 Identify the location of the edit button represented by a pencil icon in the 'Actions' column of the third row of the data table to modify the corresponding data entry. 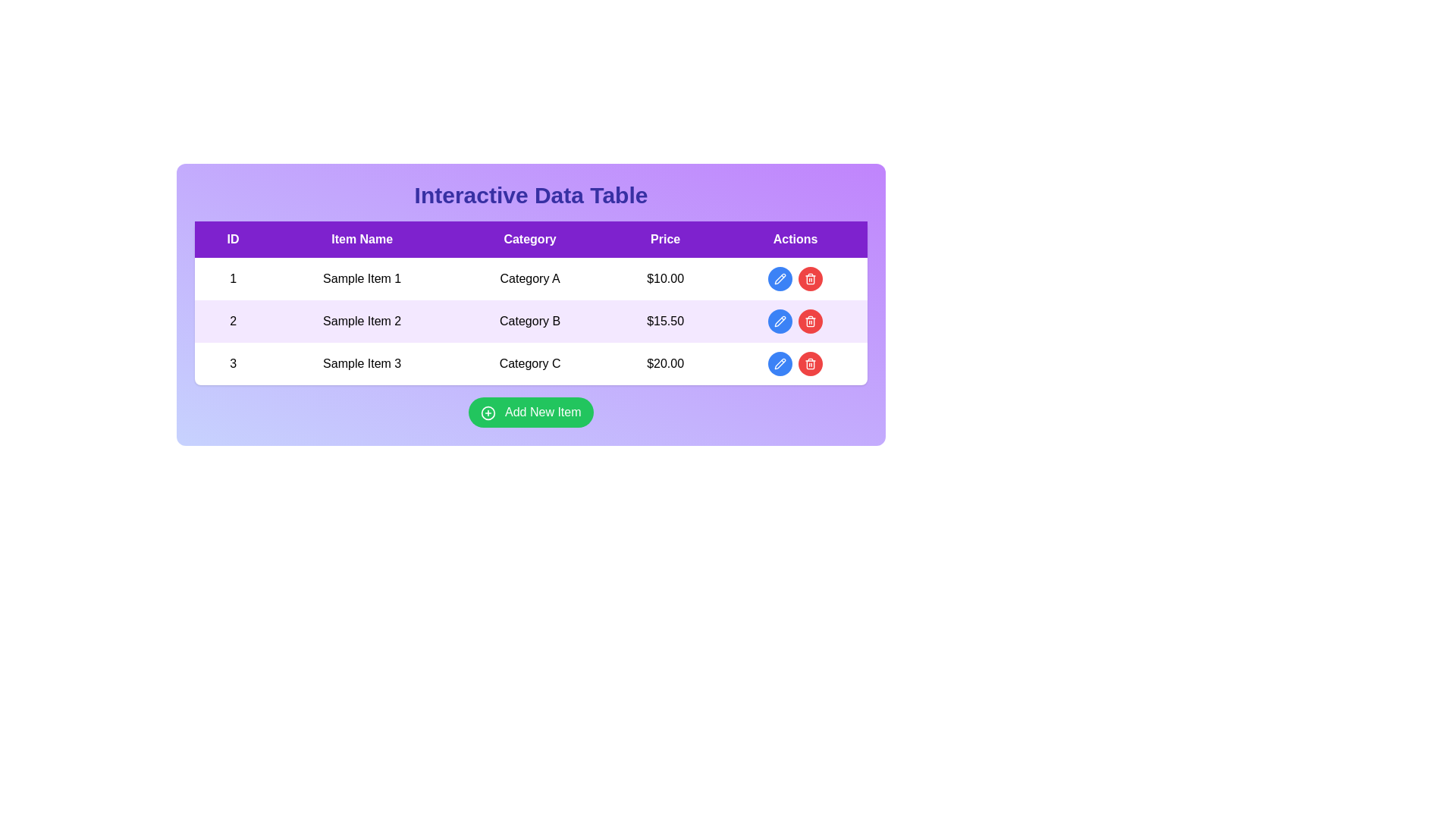
(780, 321).